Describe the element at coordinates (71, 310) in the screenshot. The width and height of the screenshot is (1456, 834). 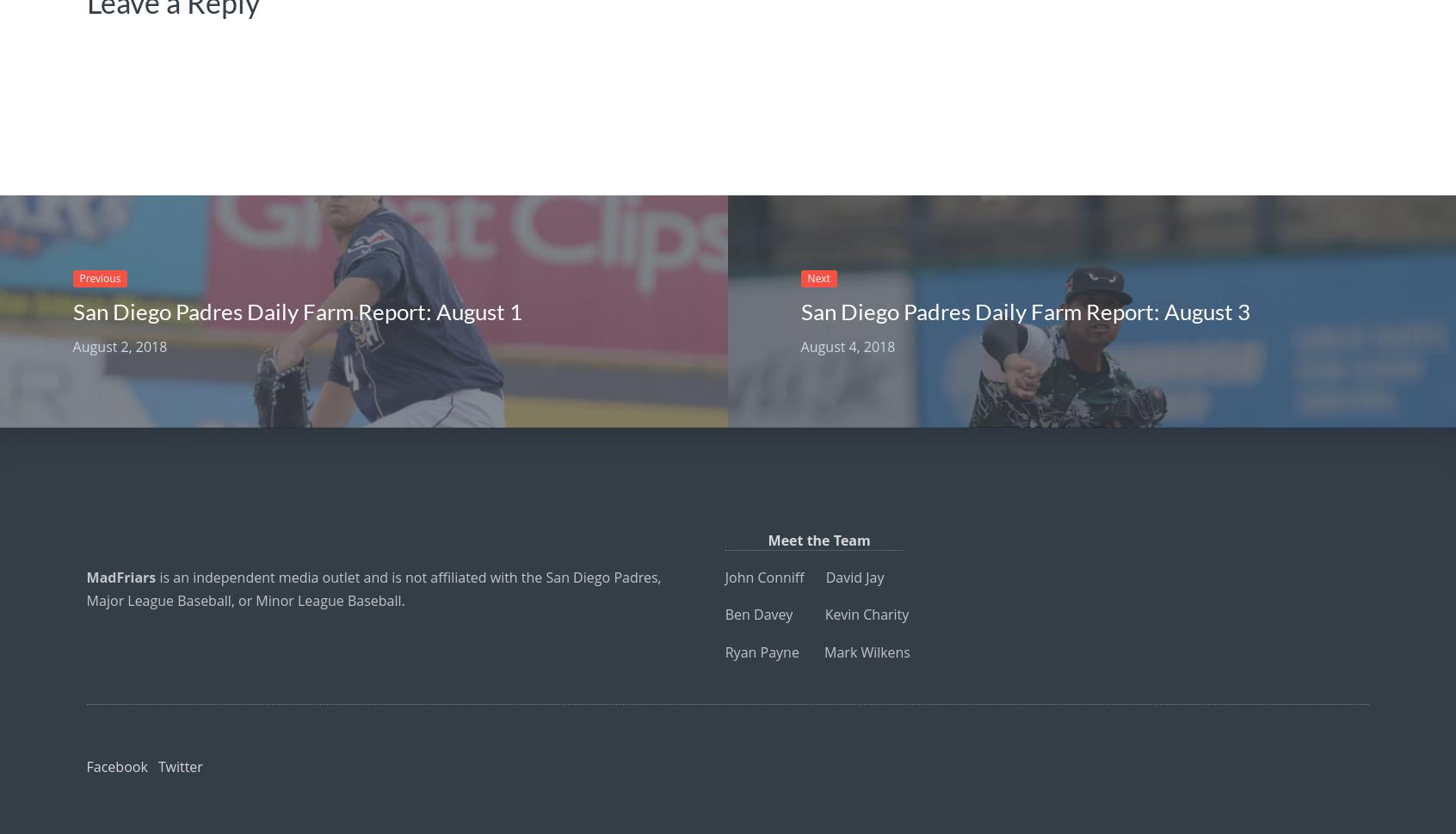
I see `'San Diego Padres Daily Farm Report: August 1'` at that location.